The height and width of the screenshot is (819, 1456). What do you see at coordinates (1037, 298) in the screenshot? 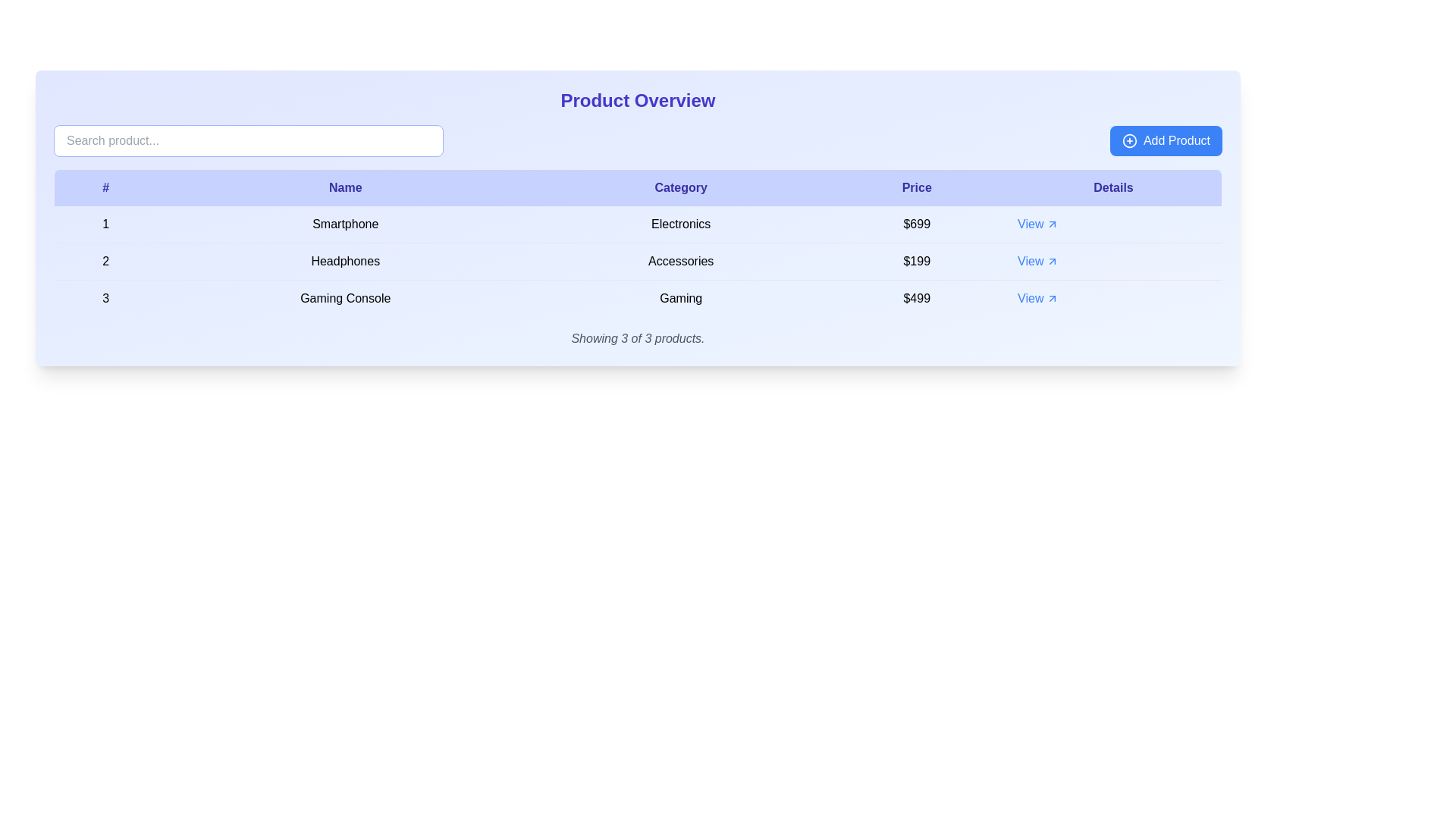
I see `the hyperlink in the 'Details' column of the table for the 'Gaming Console' entry` at bounding box center [1037, 298].